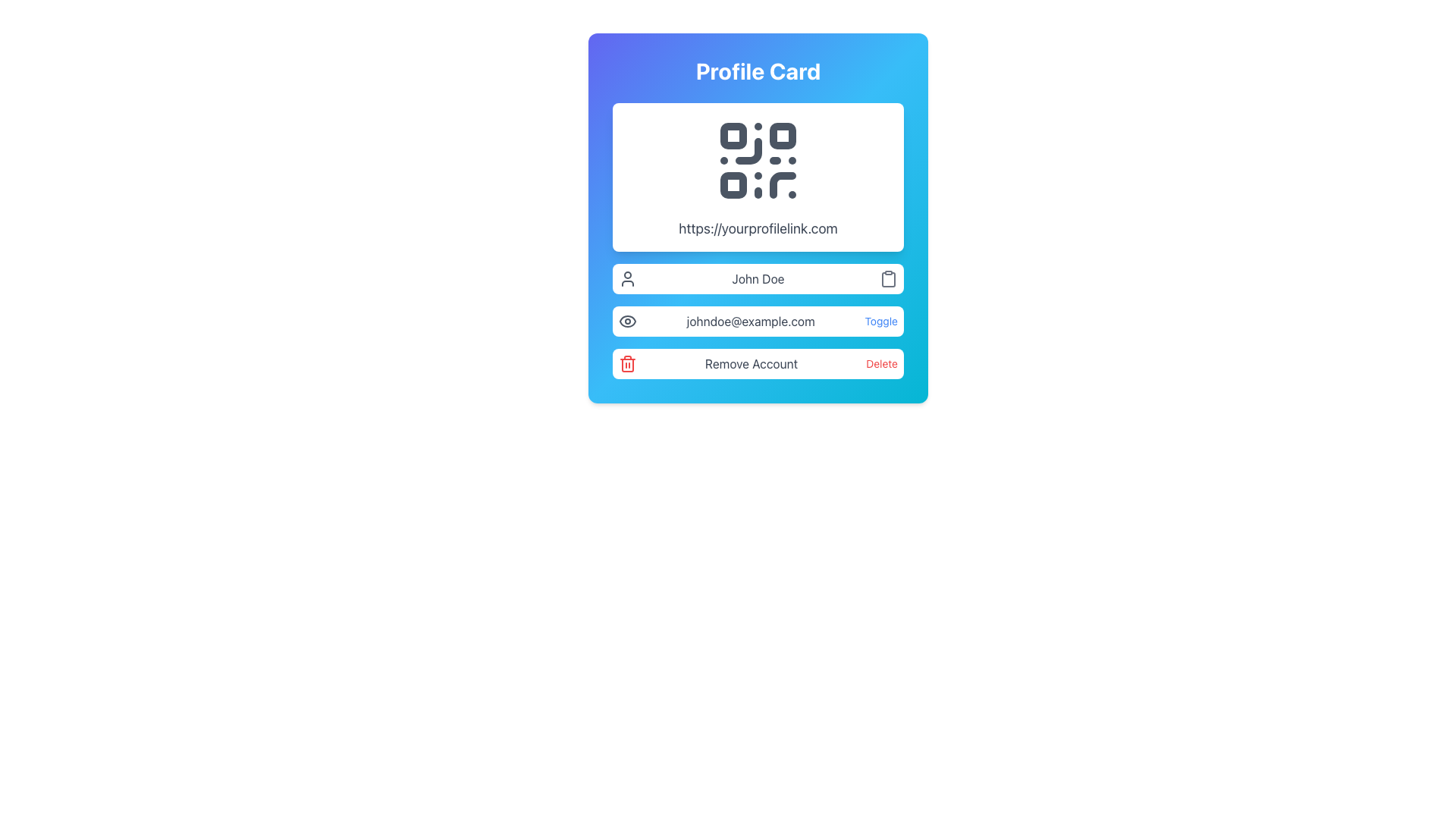 The width and height of the screenshot is (1456, 819). I want to click on the clipboard icon button located next to the 'John Doe' profile name to copy information, so click(888, 278).